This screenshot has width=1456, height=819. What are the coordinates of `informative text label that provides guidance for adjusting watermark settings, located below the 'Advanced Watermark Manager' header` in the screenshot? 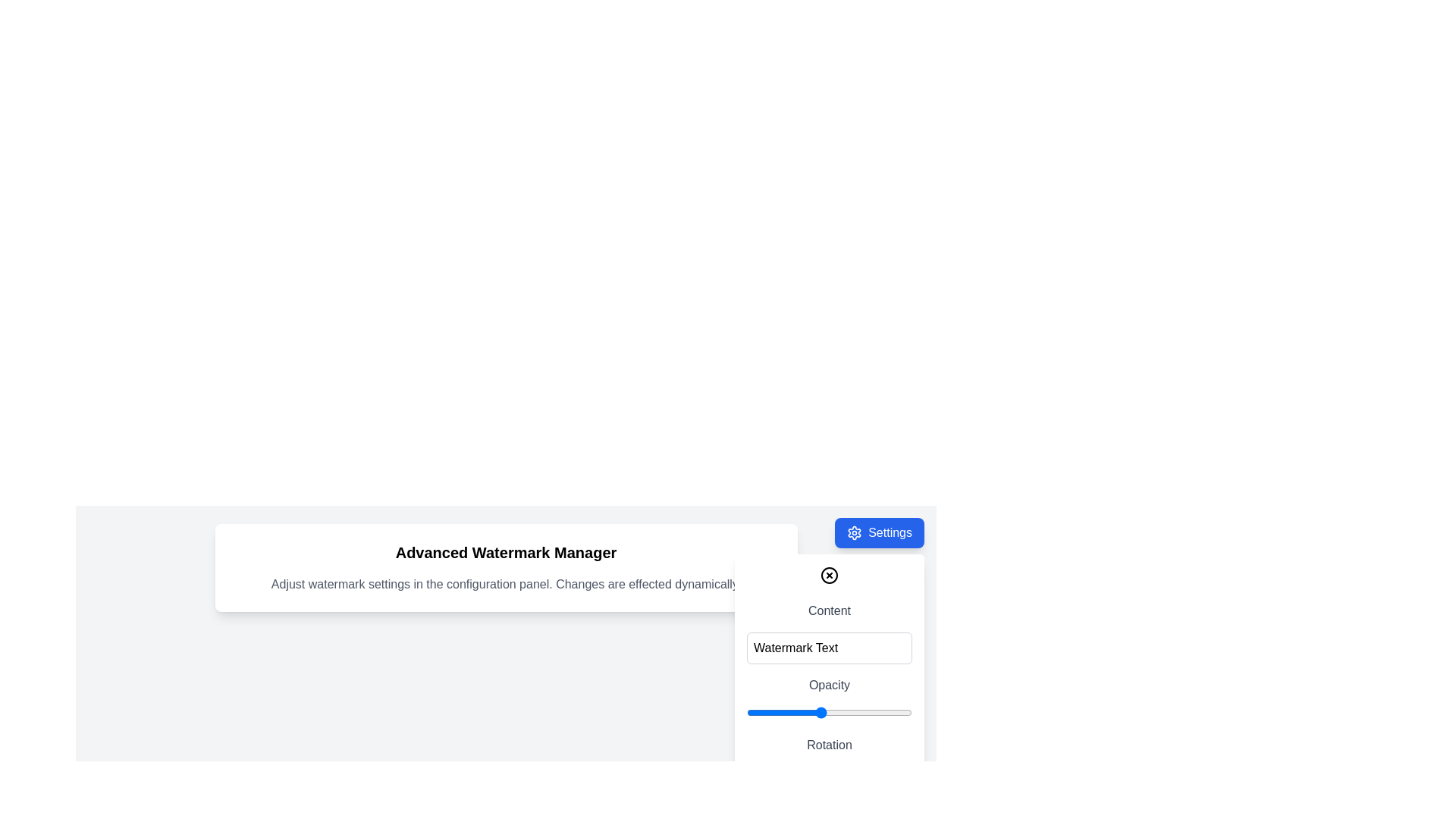 It's located at (506, 584).